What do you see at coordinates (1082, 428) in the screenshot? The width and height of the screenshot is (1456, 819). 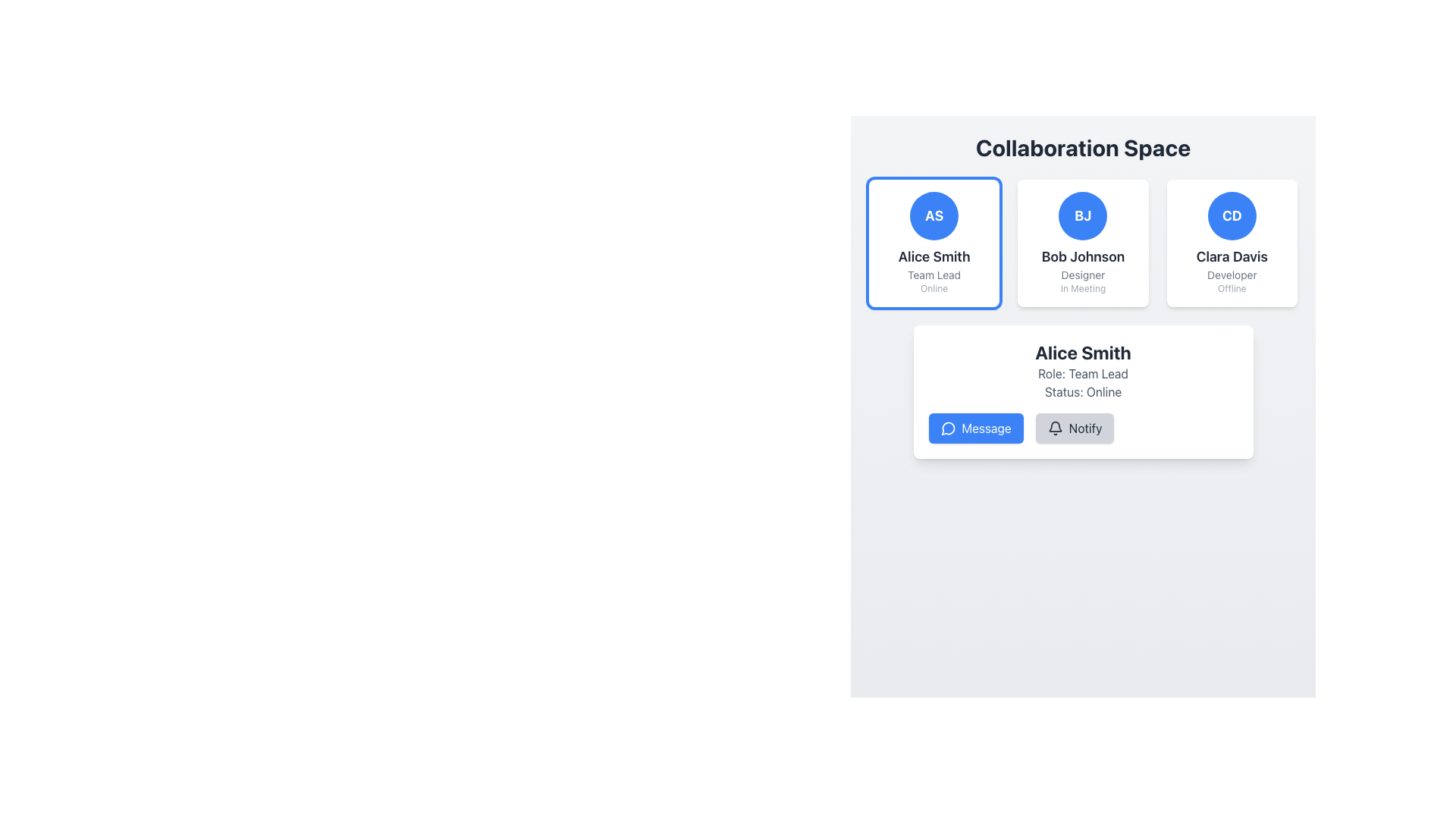 I see `the 'Notify' button located at the bottom section of the card displaying information about 'Alice Smith' to send a notification` at bounding box center [1082, 428].